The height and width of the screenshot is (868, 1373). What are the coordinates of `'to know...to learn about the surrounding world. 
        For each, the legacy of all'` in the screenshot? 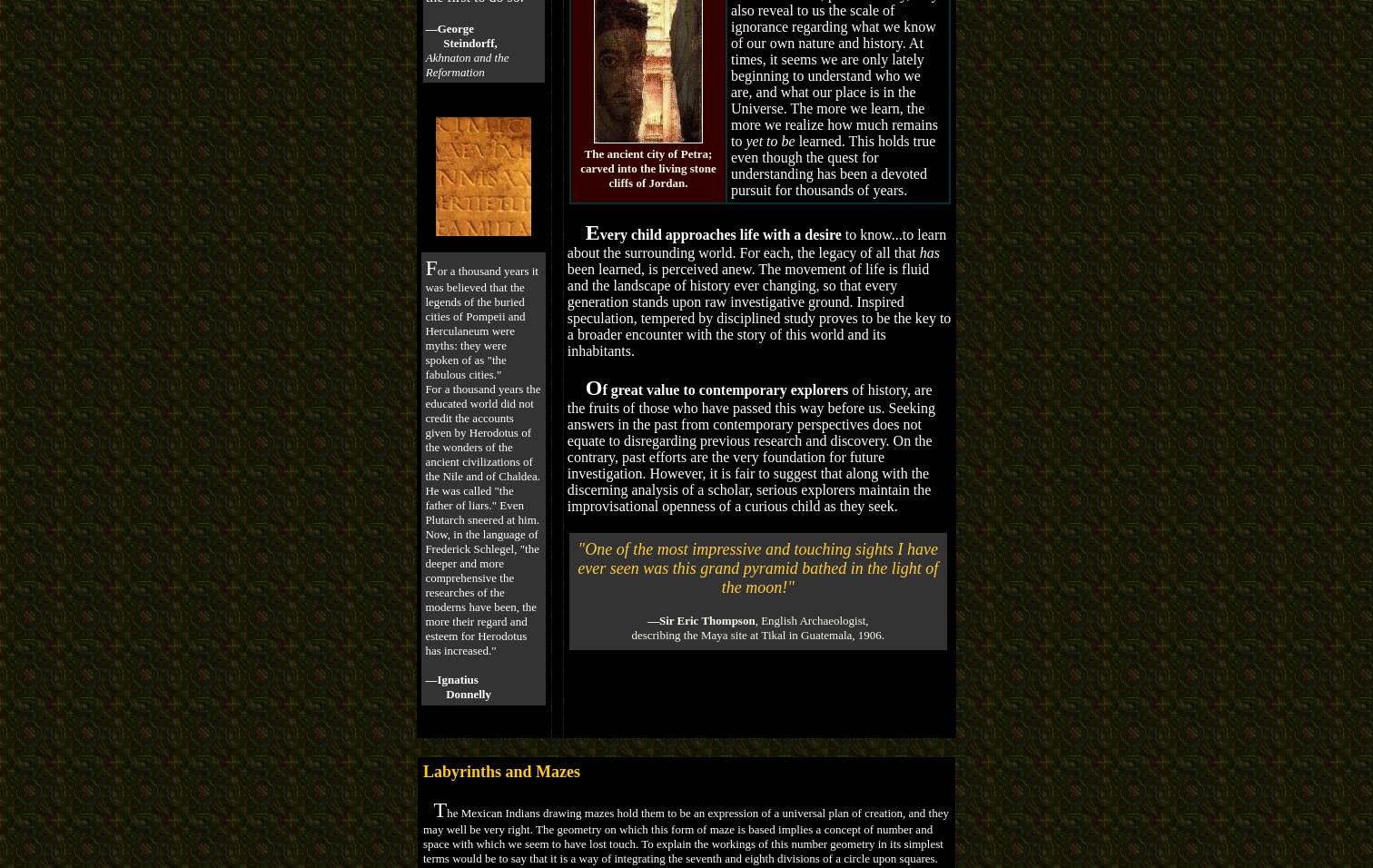 It's located at (756, 242).